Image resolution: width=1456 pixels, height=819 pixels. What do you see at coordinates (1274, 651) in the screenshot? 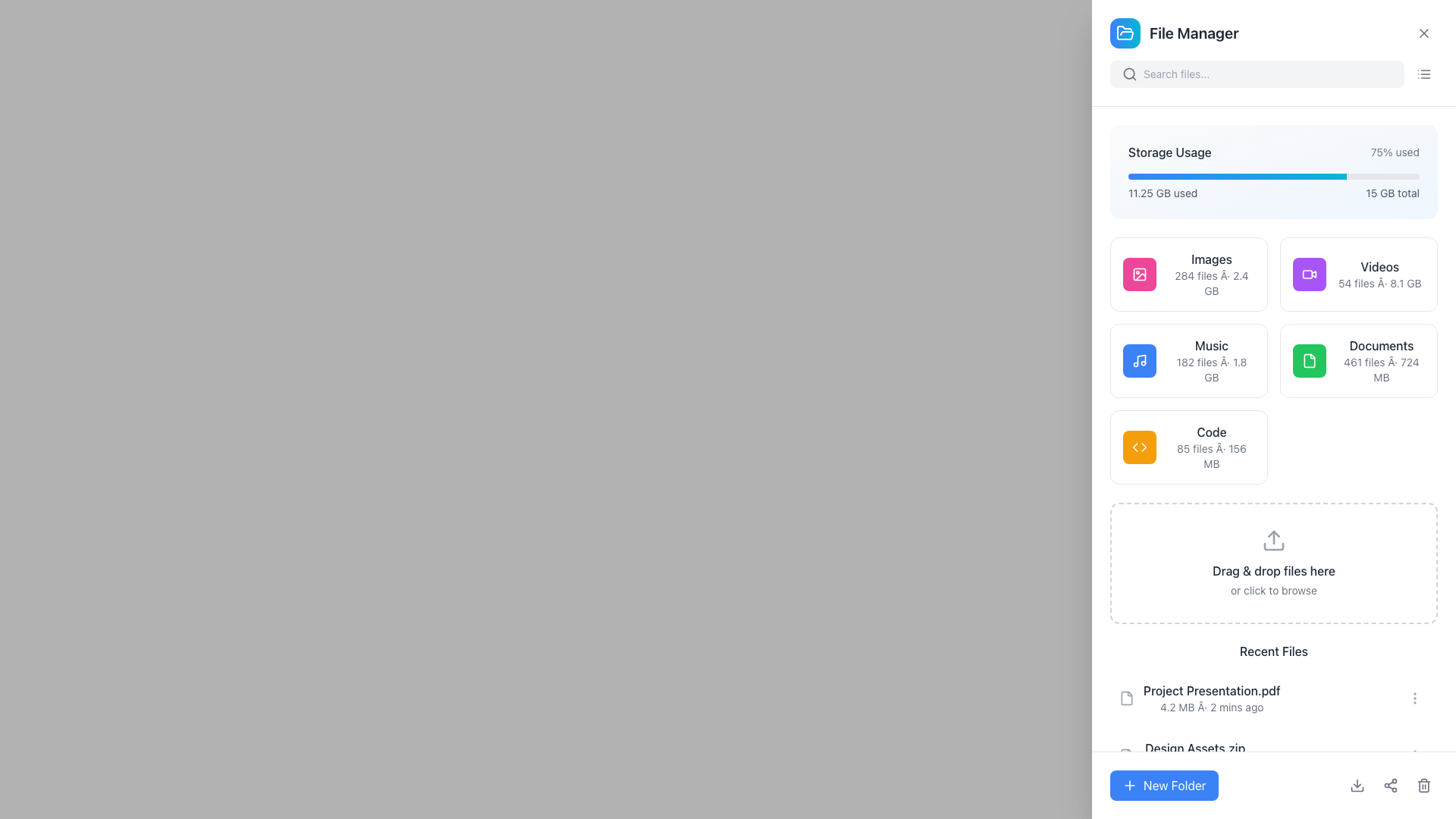
I see `the informational text label that indicates the section for recently accessed or added files in the file manager interface, located near the bottom and beneath the file drop box` at bounding box center [1274, 651].